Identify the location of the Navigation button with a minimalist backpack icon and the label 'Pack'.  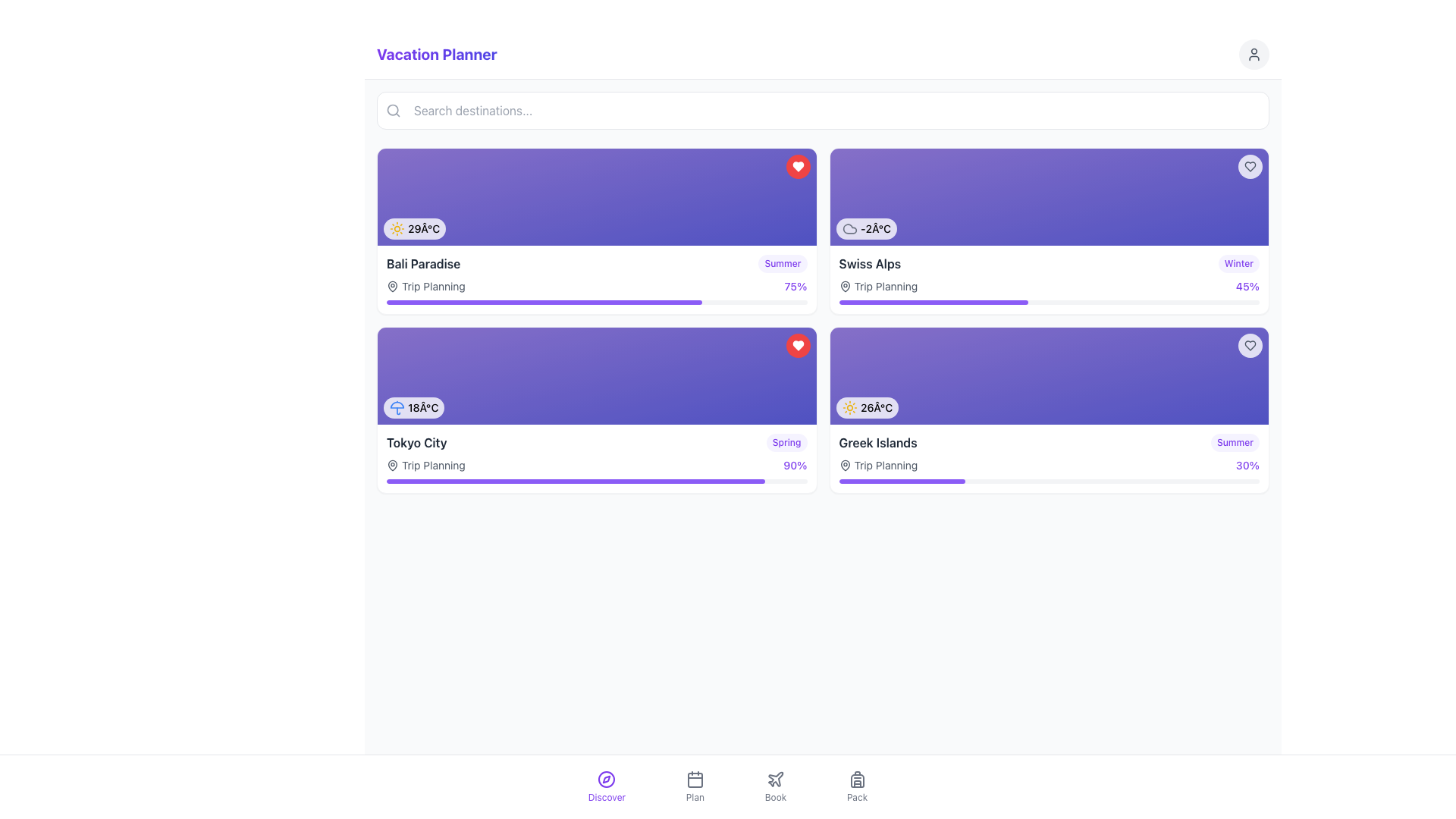
(857, 786).